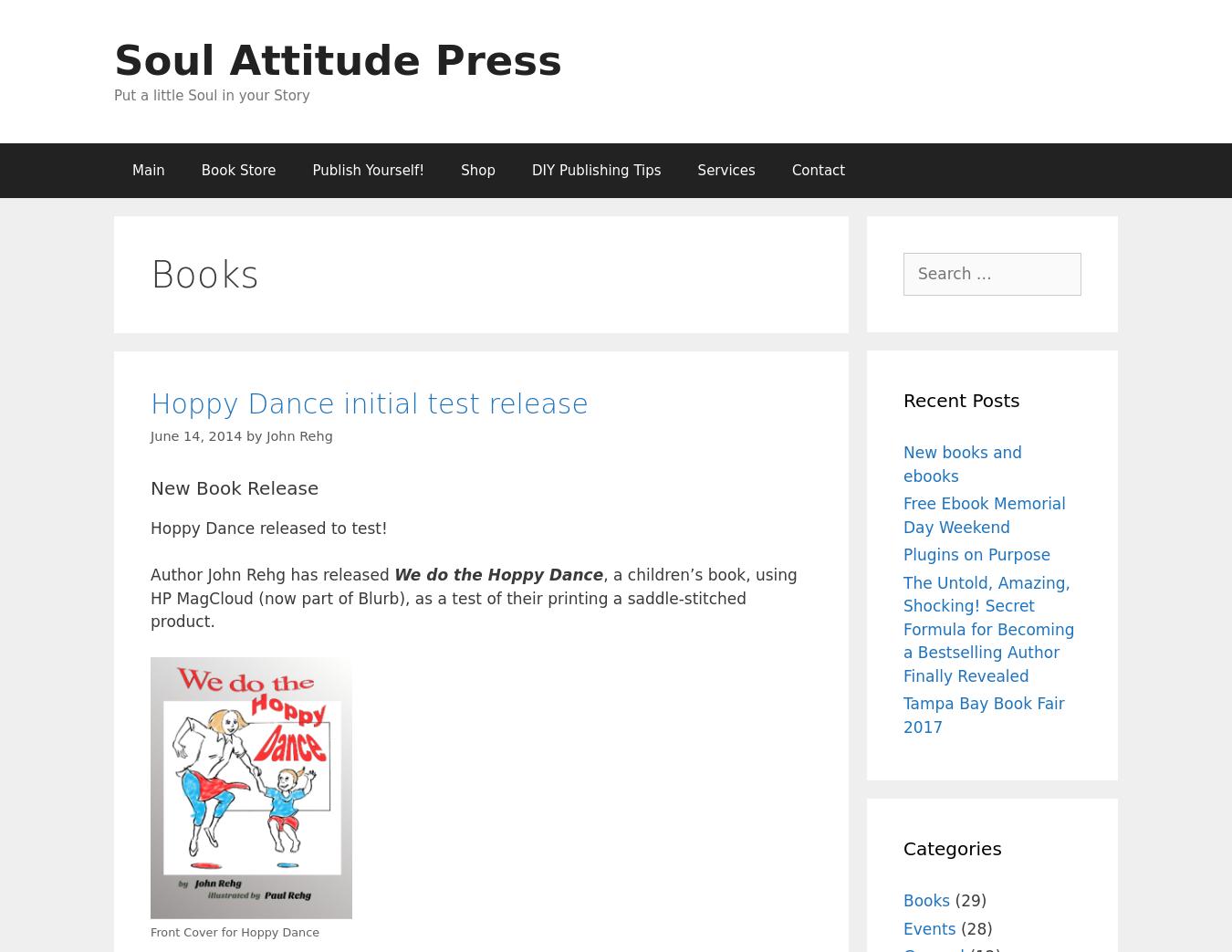  I want to click on 'by', so click(255, 434).